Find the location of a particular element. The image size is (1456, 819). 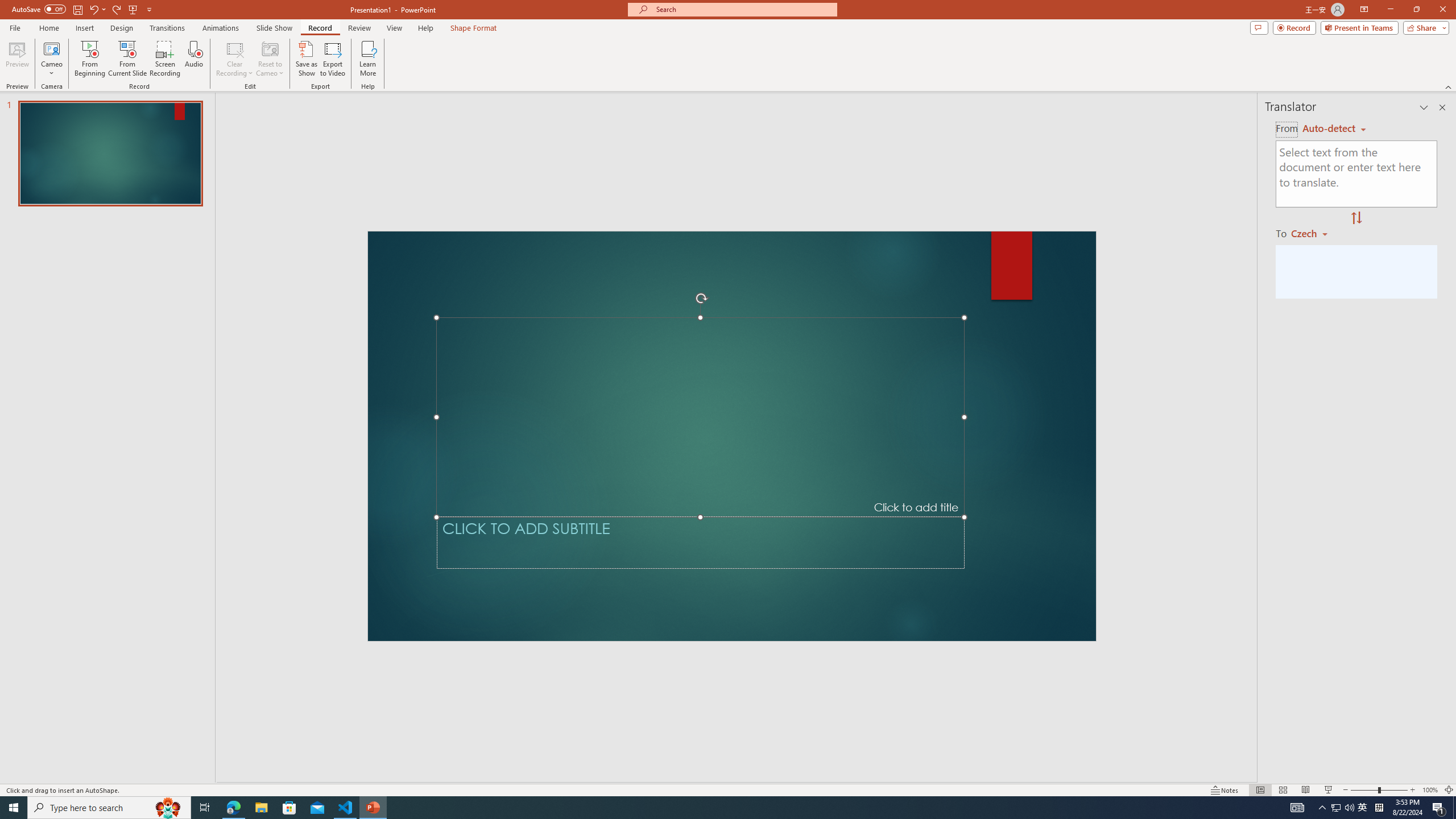

'Ribbon Display Options' is located at coordinates (1363, 9).